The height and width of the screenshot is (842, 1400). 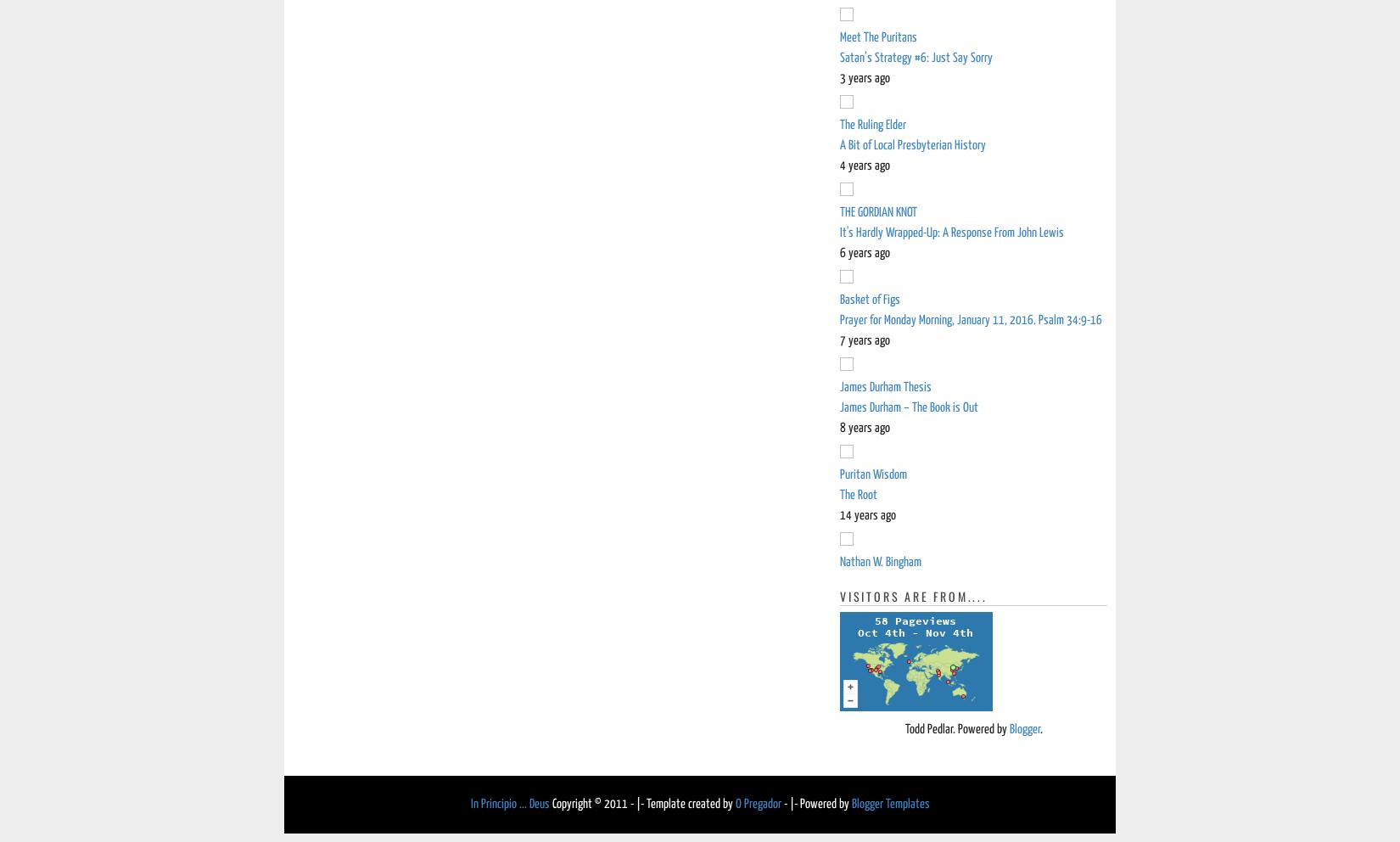 I want to click on '- |-  Powered by', so click(x=815, y=802).